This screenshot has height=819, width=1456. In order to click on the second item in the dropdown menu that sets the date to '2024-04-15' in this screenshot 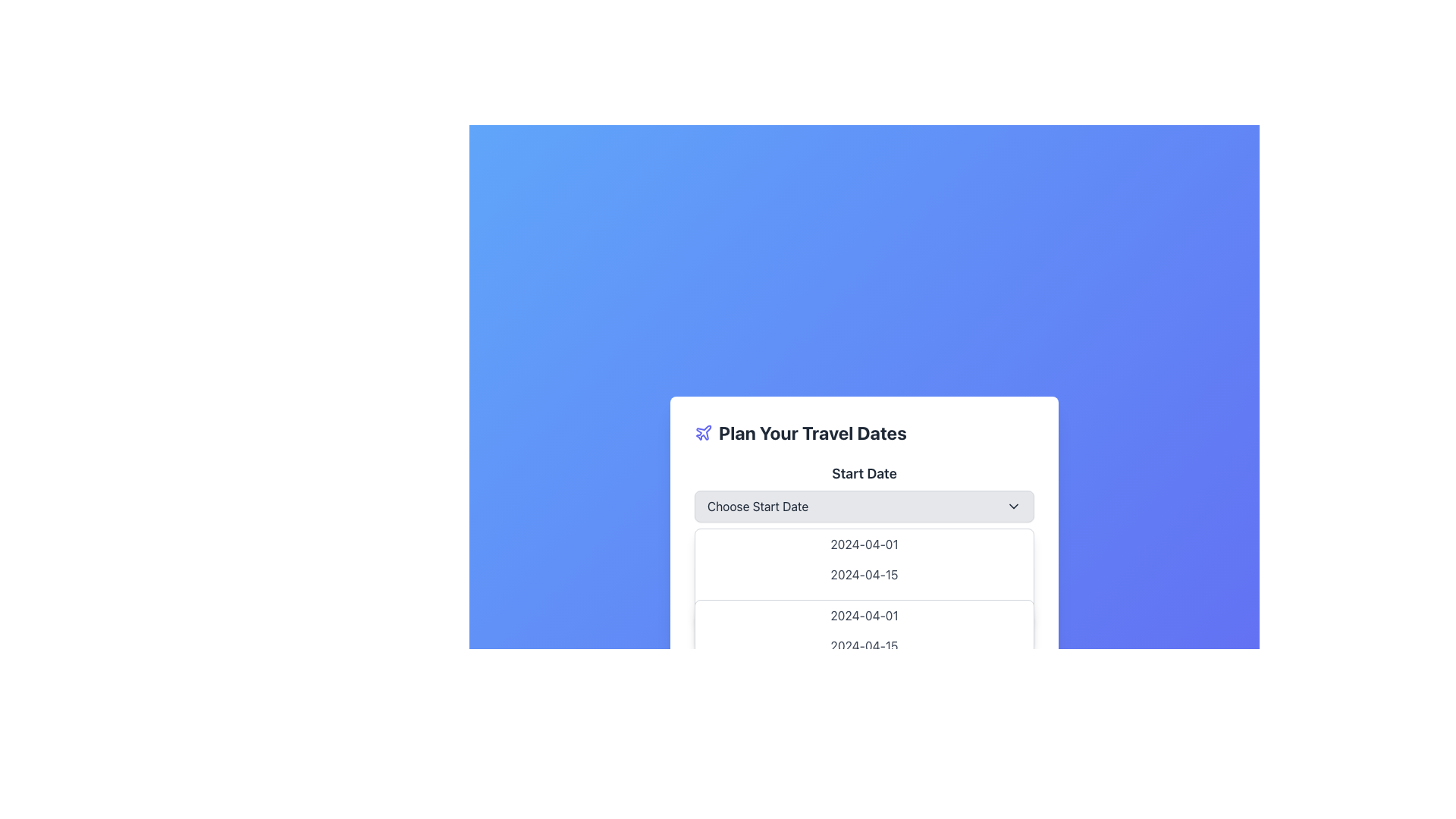, I will do `click(864, 578)`.